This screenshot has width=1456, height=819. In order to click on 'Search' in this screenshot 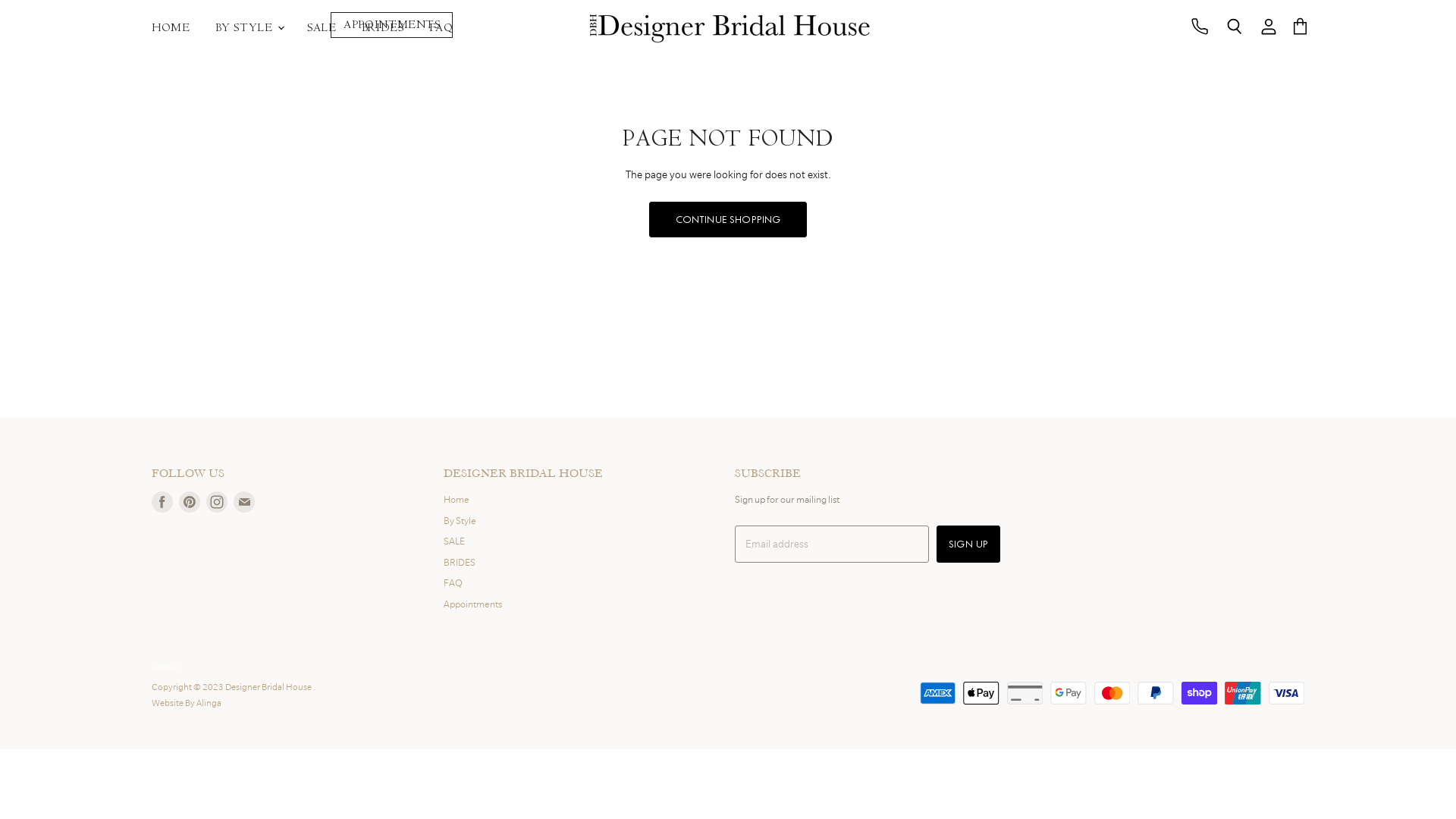, I will do `click(1234, 27)`.